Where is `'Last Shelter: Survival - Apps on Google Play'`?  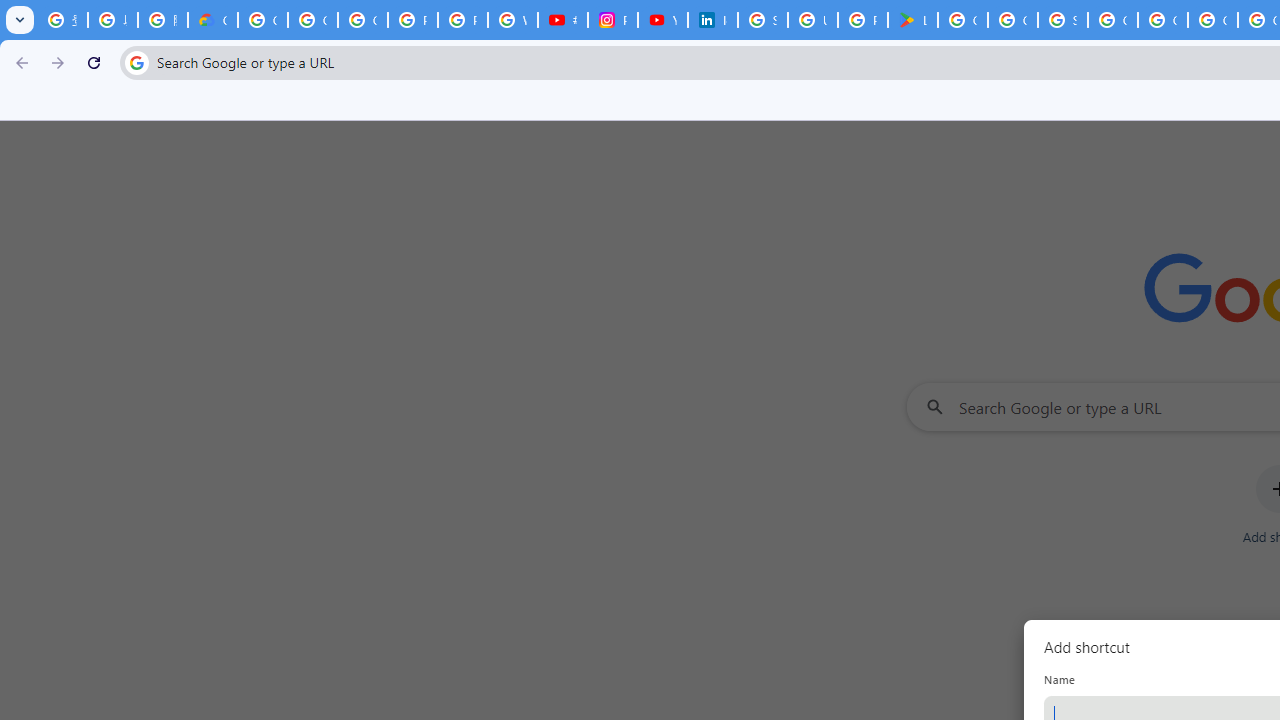 'Last Shelter: Survival - Apps on Google Play' is located at coordinates (912, 20).